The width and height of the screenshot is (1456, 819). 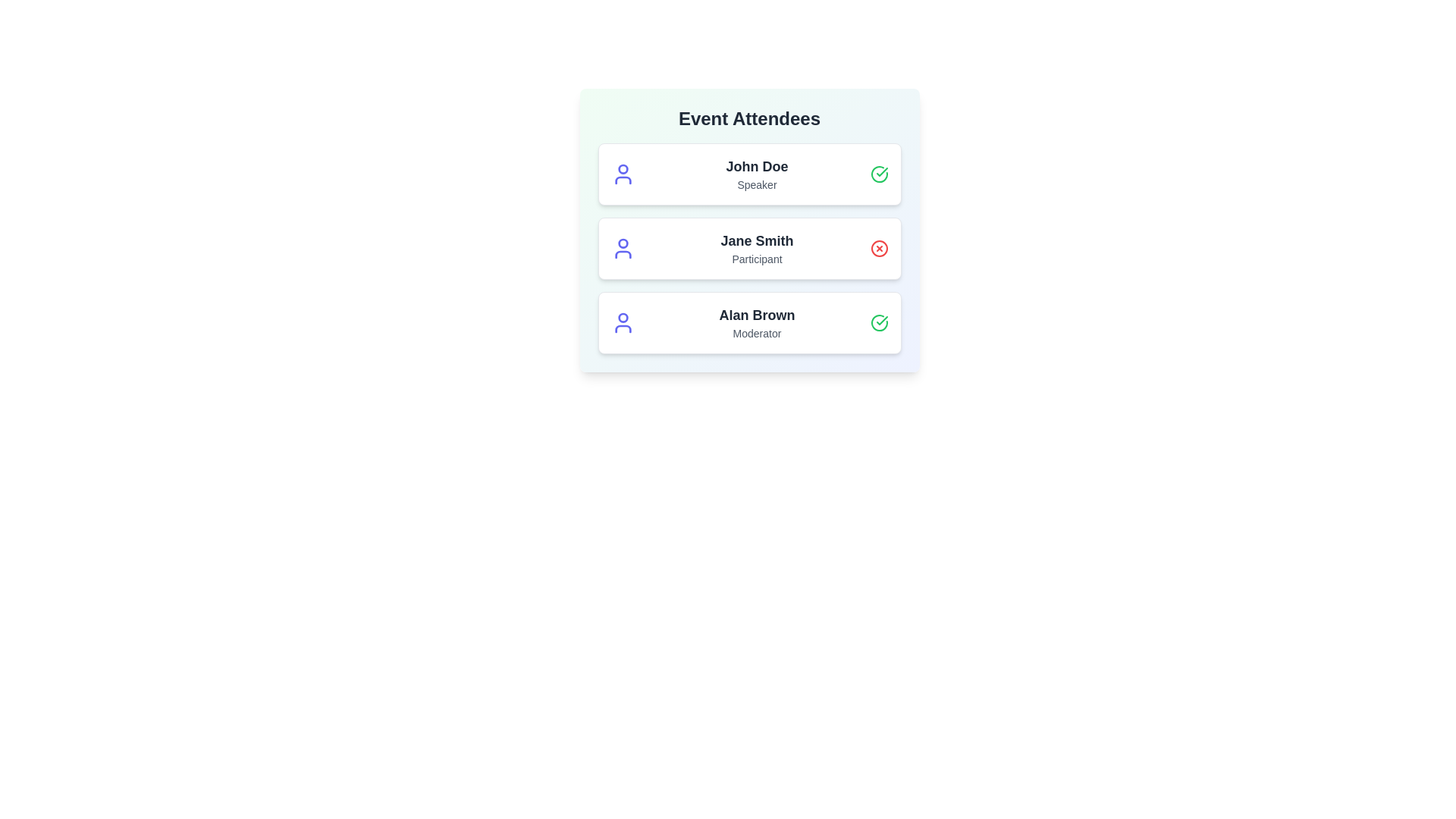 What do you see at coordinates (879, 174) in the screenshot?
I see `the status icon for John Doe to toggle their attendance status` at bounding box center [879, 174].